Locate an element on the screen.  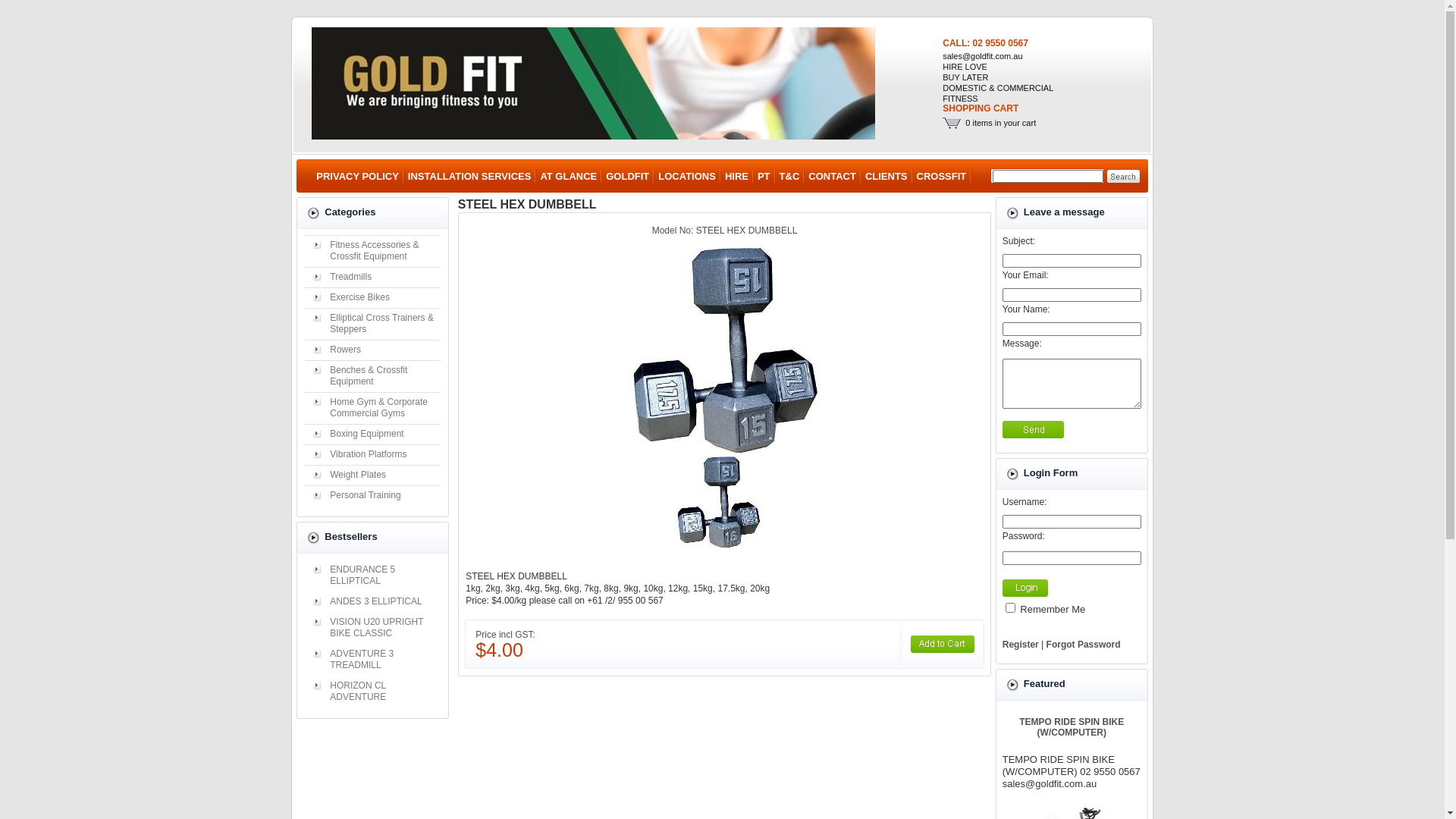
'Register' is located at coordinates (1020, 644).